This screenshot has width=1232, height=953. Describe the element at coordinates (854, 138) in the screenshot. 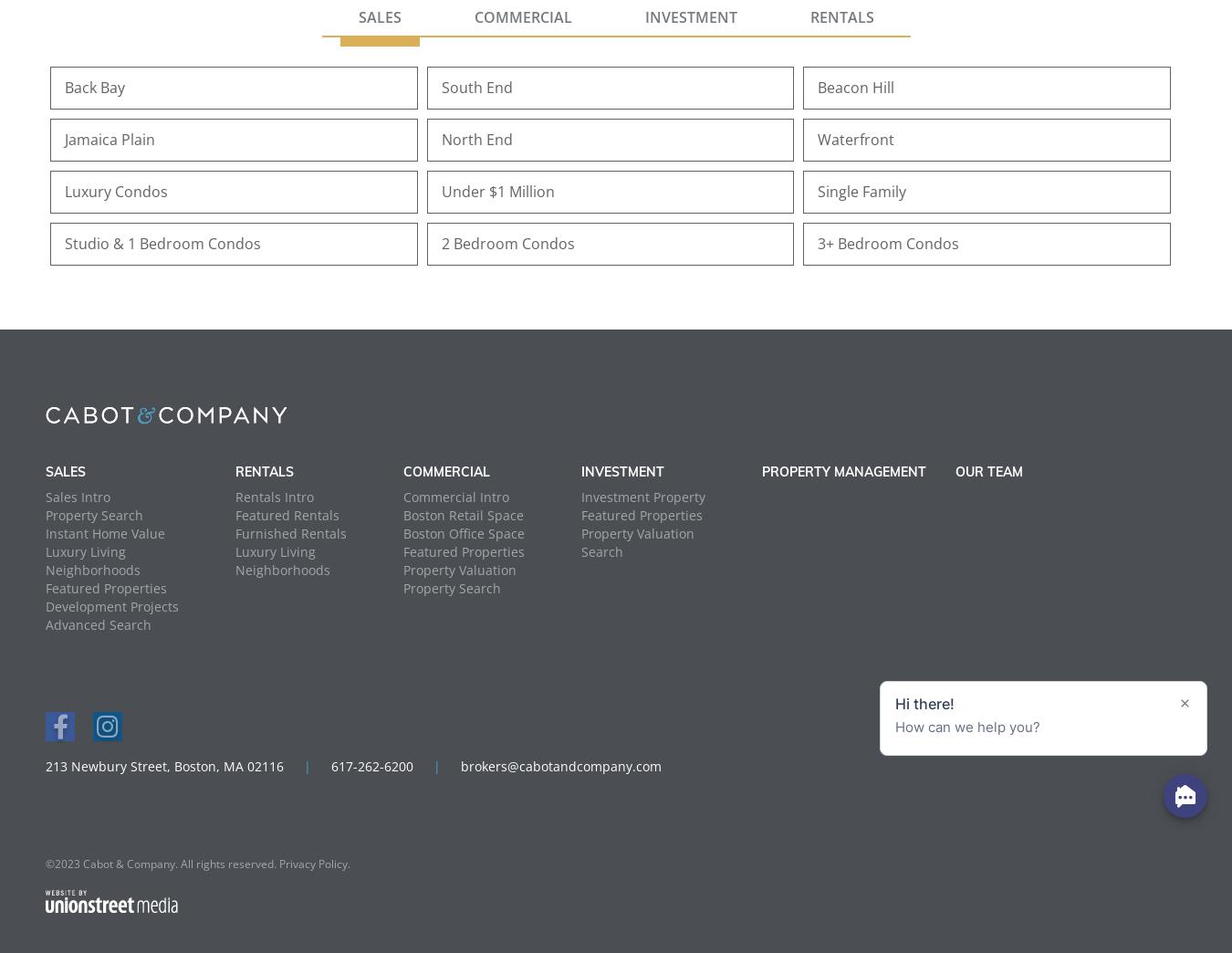

I see `'Waterfront'` at that location.